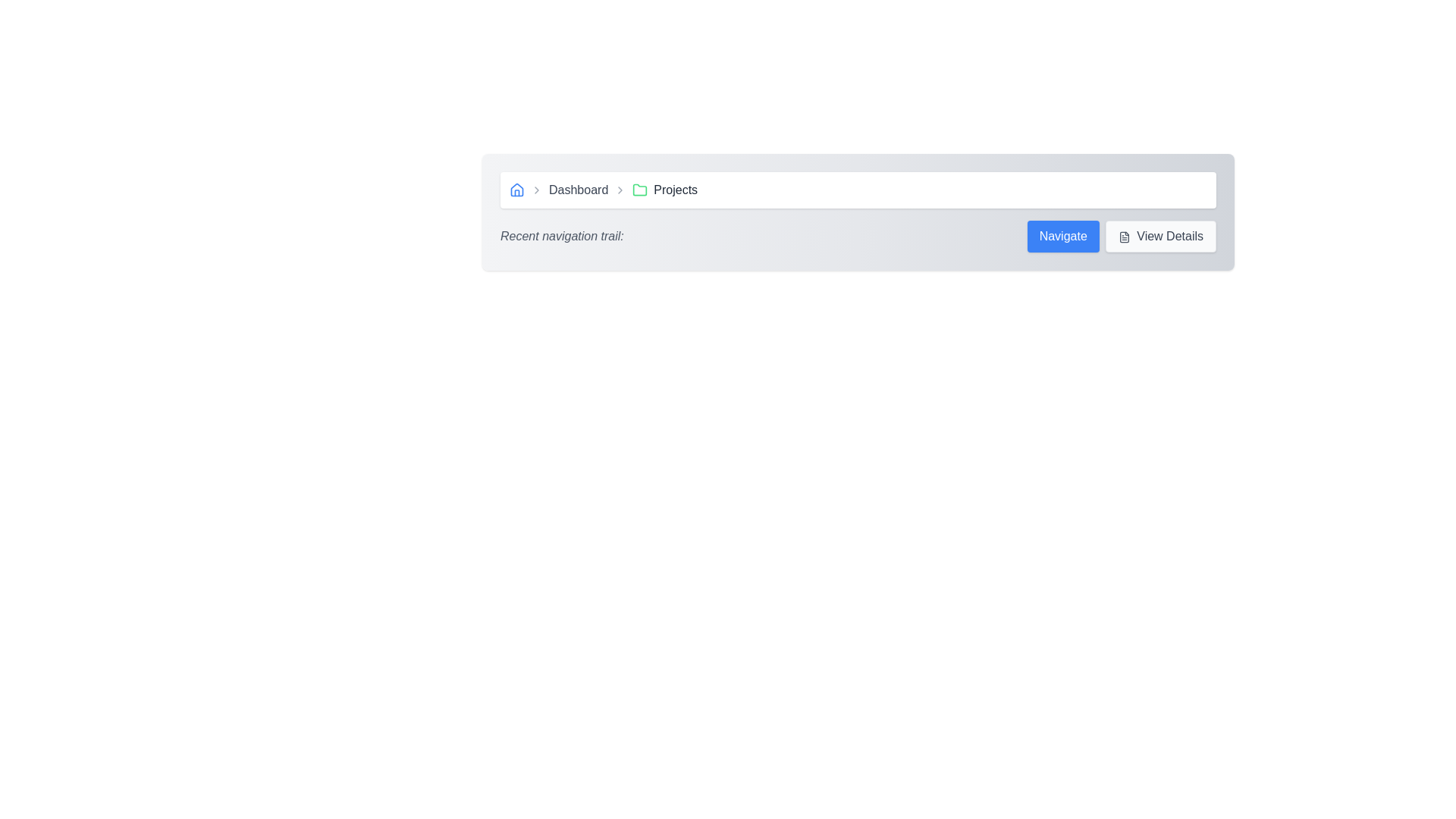 Image resolution: width=1456 pixels, height=819 pixels. I want to click on the second chevron-right icon in the breadcrumb navigation that separates 'Dashboard' and the 'Projects' green folder icon, so click(620, 189).